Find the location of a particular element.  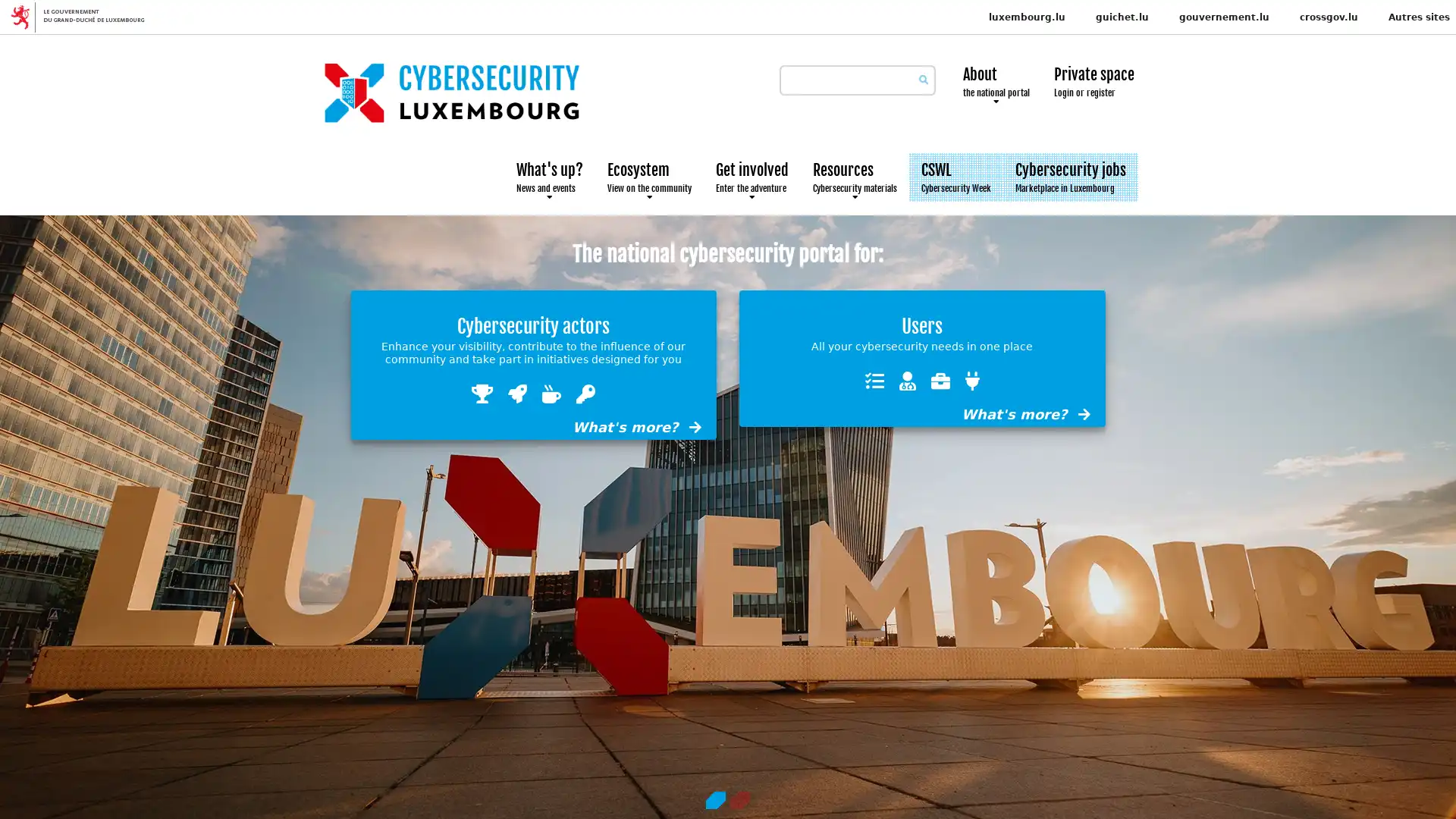

CSWL Cybersecurity Week is located at coordinates (955, 177).